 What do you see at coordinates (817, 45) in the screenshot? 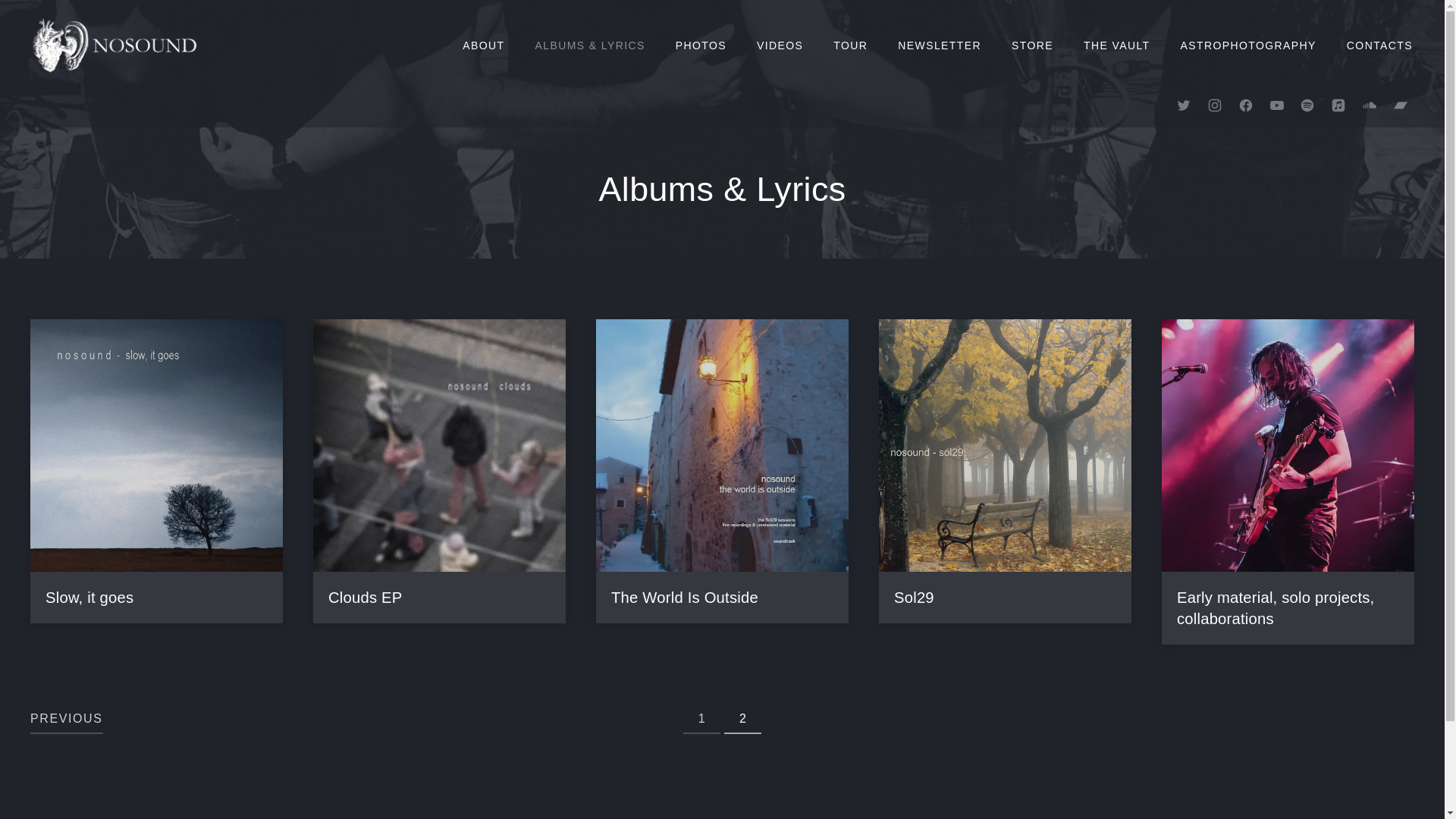
I see `'TOUR'` at bounding box center [817, 45].